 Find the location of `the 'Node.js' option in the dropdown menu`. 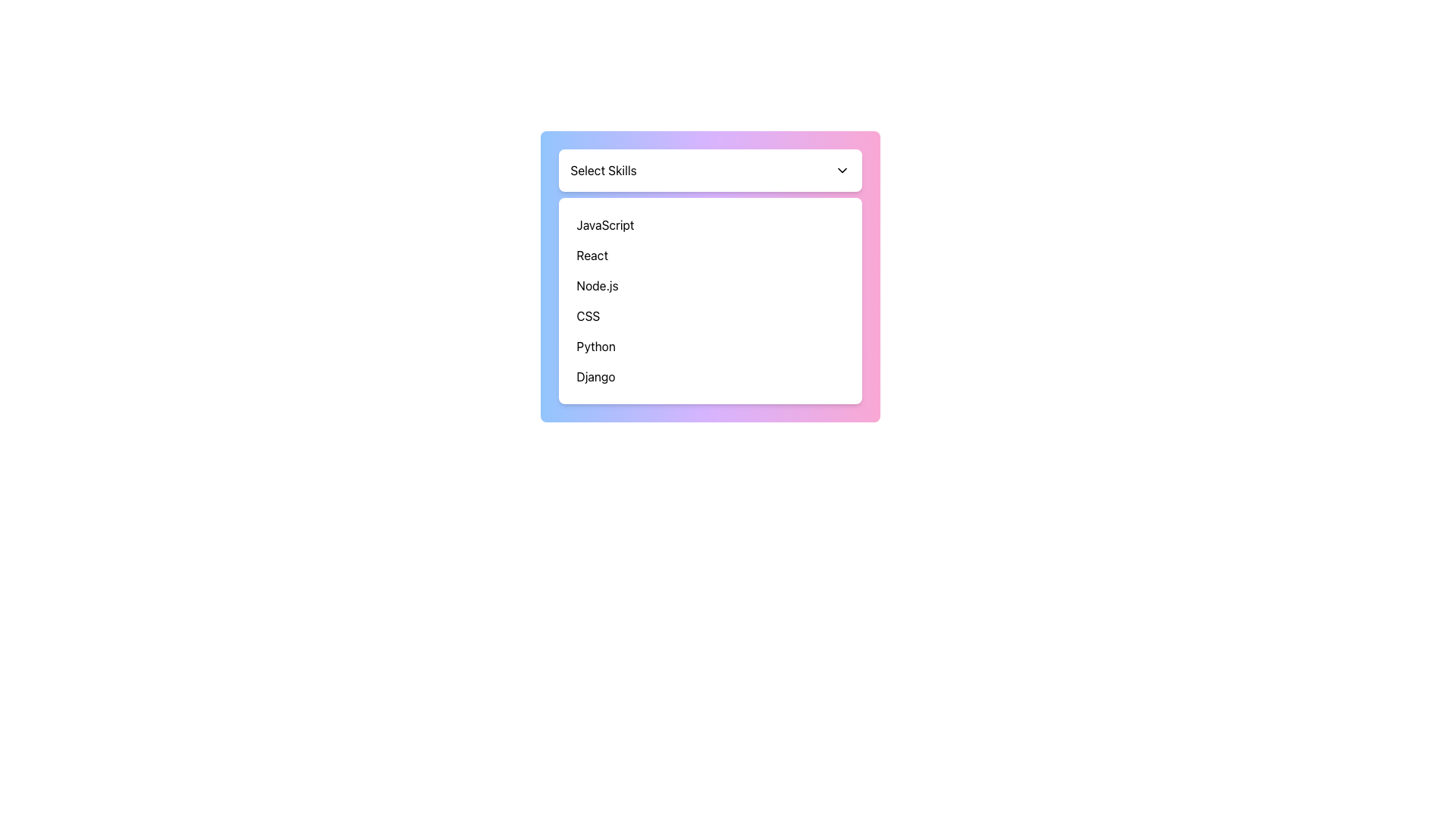

the 'Node.js' option in the dropdown menu is located at coordinates (597, 286).